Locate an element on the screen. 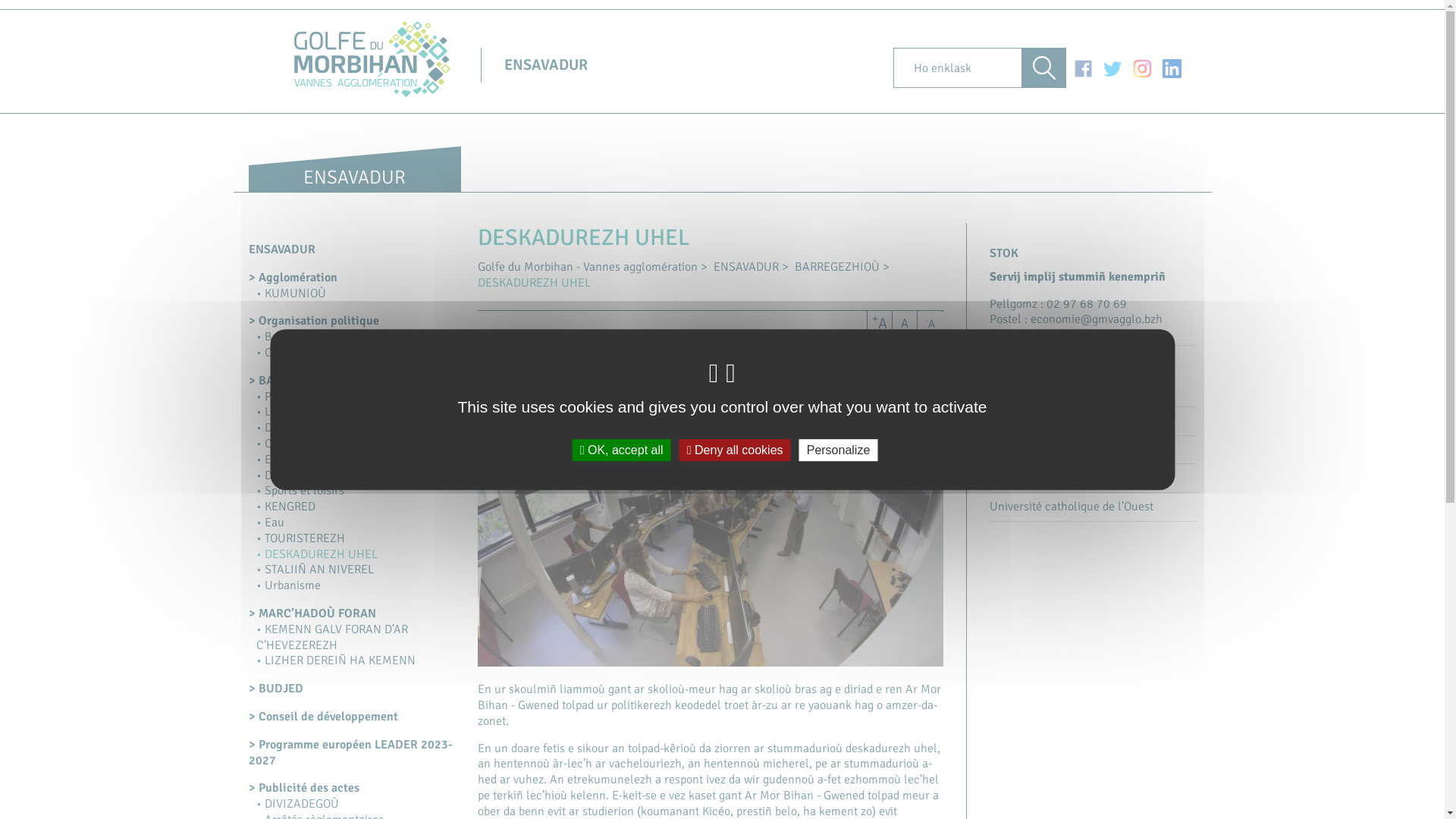 The width and height of the screenshot is (1456, 819). 'LASTEZ' is located at coordinates (256, 412).